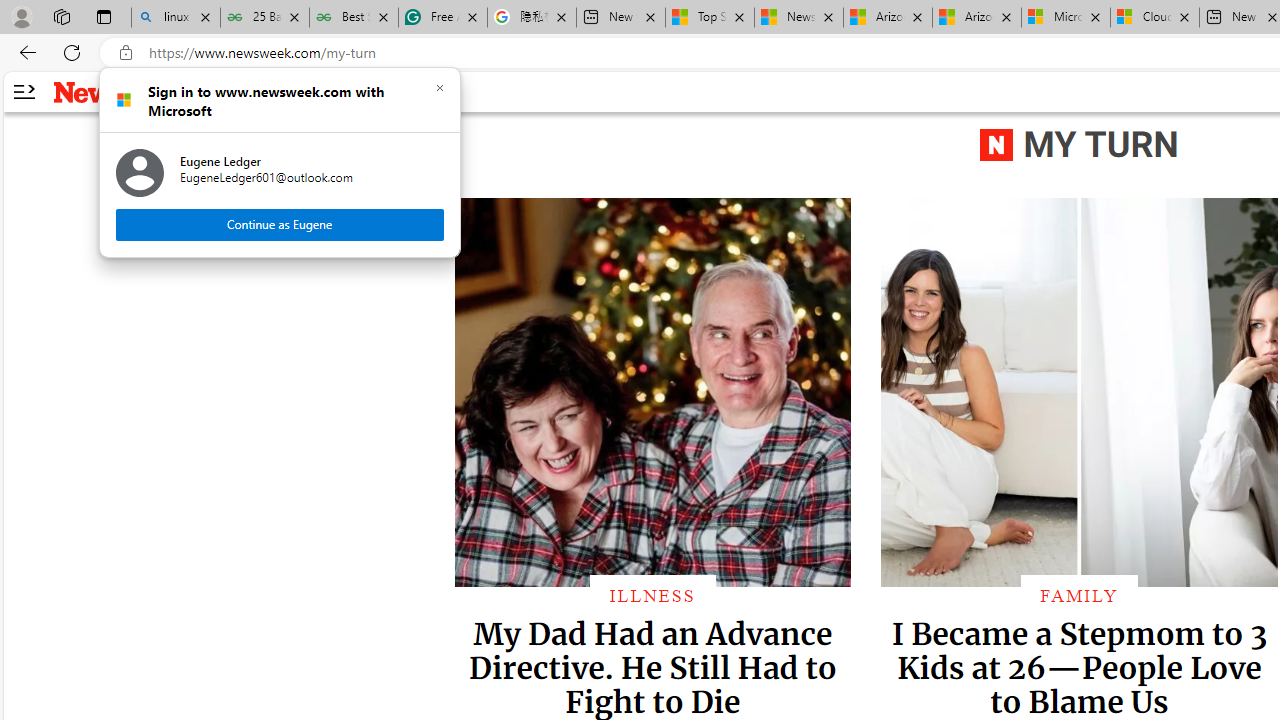 Image resolution: width=1280 pixels, height=720 pixels. What do you see at coordinates (279, 225) in the screenshot?
I see `'Continue as Eugene'` at bounding box center [279, 225].